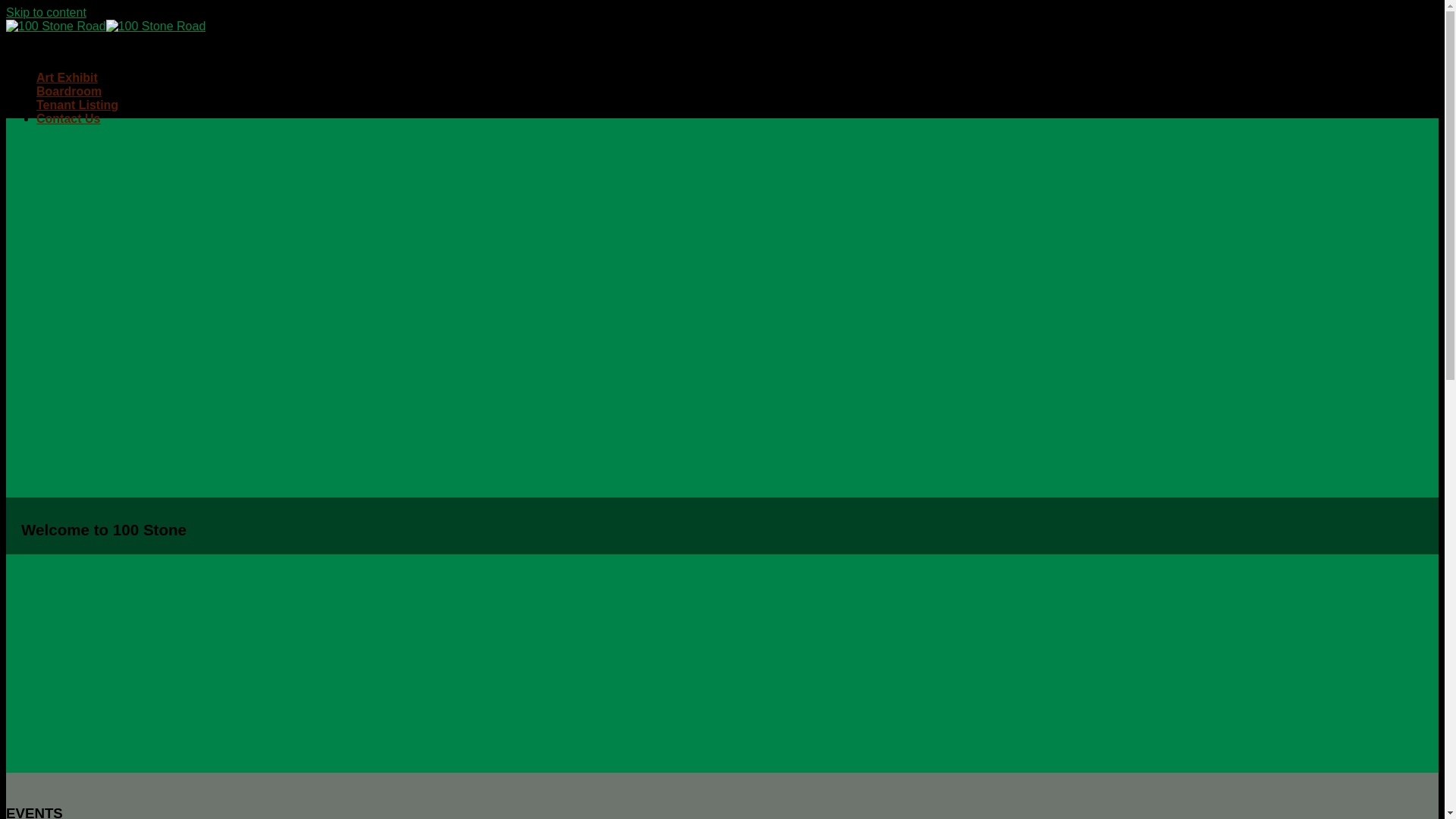 Image resolution: width=1456 pixels, height=819 pixels. I want to click on 'Skip to content', so click(46, 12).